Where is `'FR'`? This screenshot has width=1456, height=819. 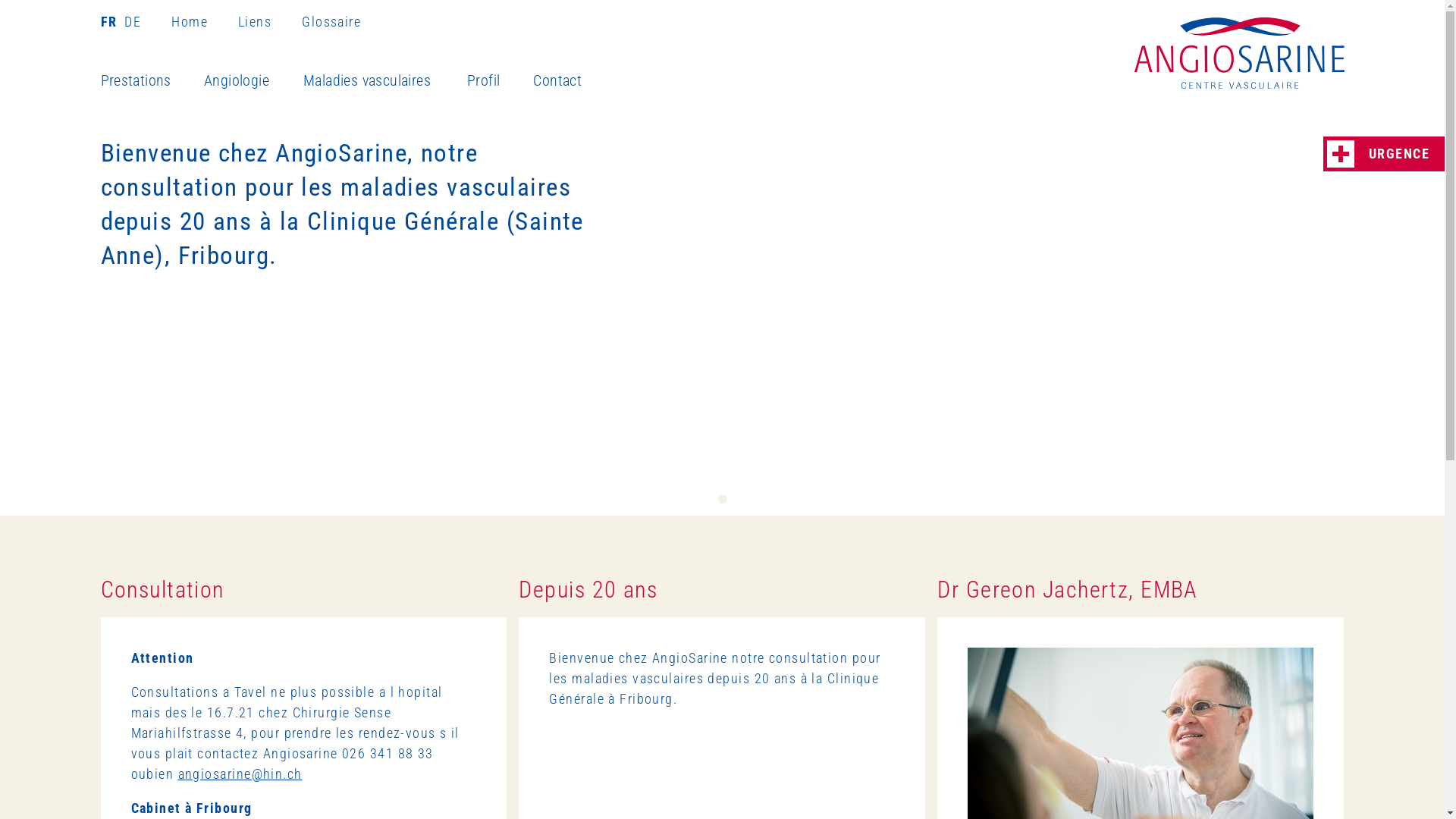
'FR' is located at coordinates (109, 21).